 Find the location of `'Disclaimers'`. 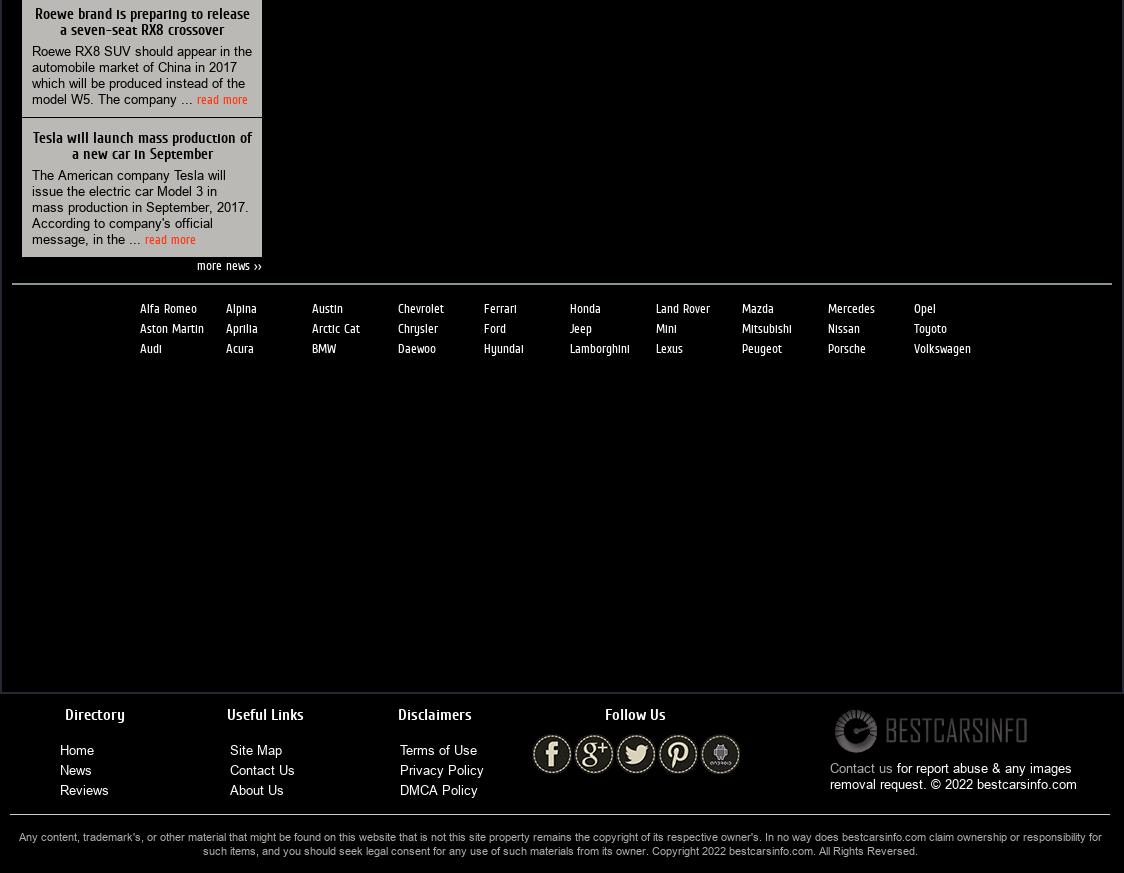

'Disclaimers' is located at coordinates (434, 713).